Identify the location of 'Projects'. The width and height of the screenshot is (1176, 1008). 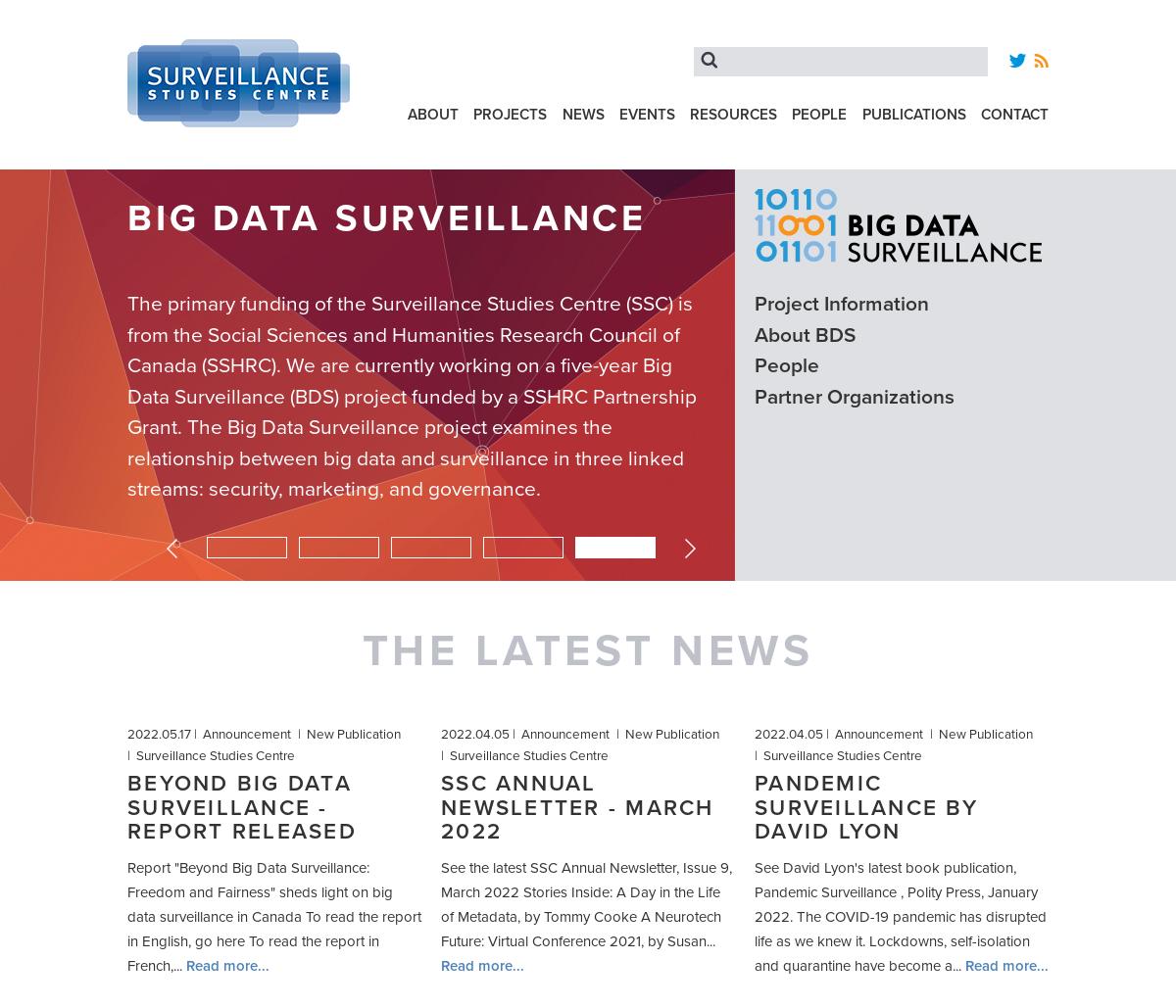
(509, 113).